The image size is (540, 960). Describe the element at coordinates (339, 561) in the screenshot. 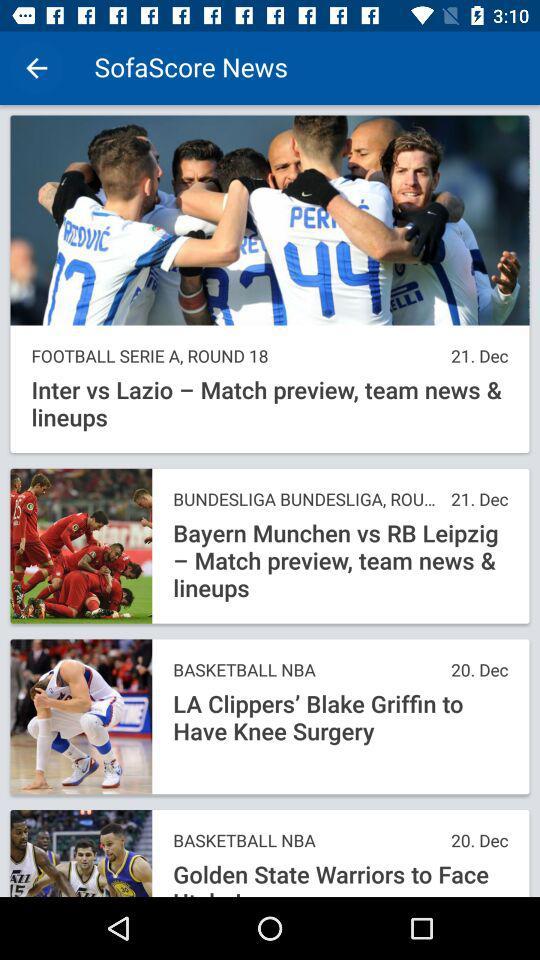

I see `the item below bundesliga bundesliga round item` at that location.